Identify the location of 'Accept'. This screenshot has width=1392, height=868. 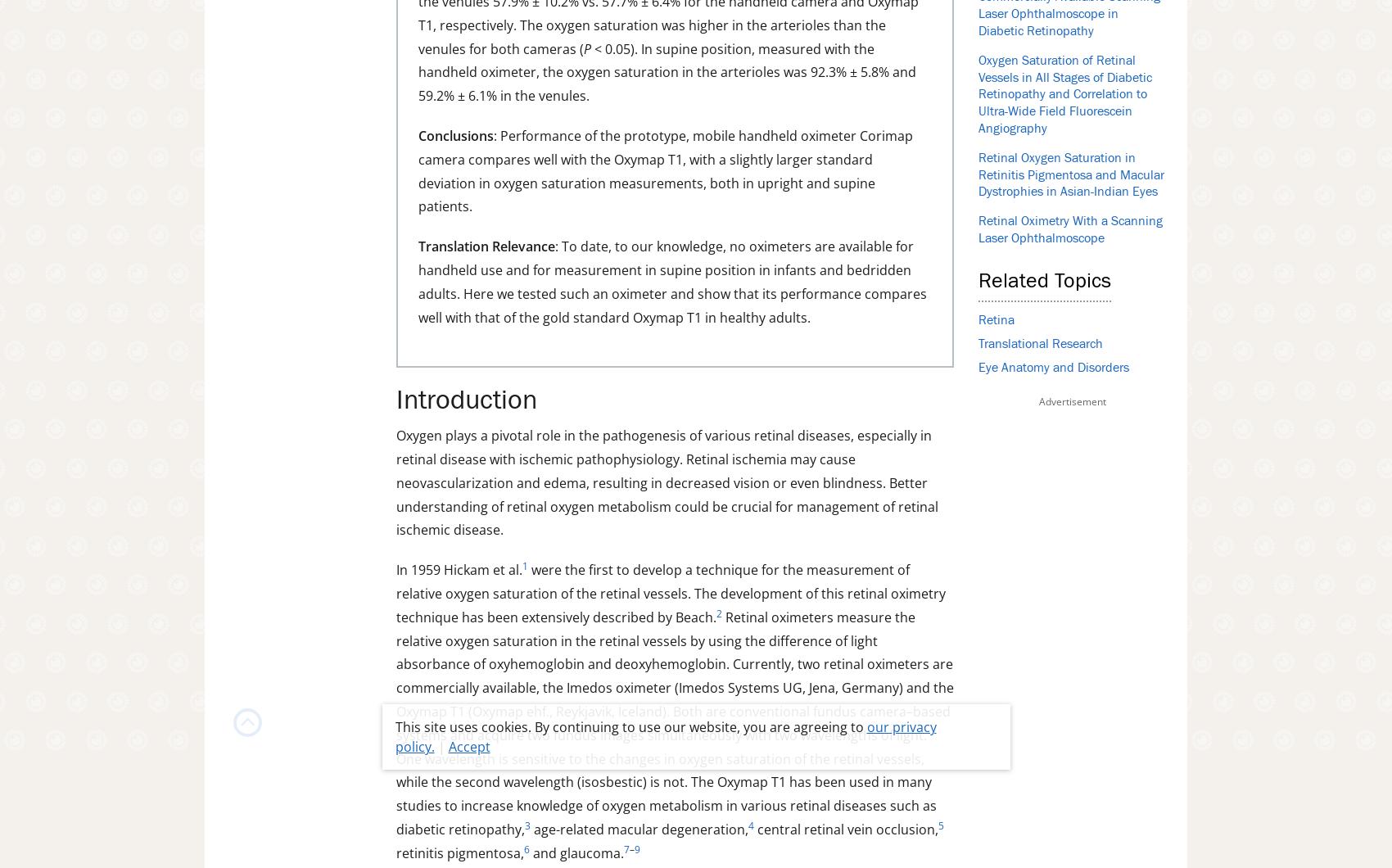
(468, 747).